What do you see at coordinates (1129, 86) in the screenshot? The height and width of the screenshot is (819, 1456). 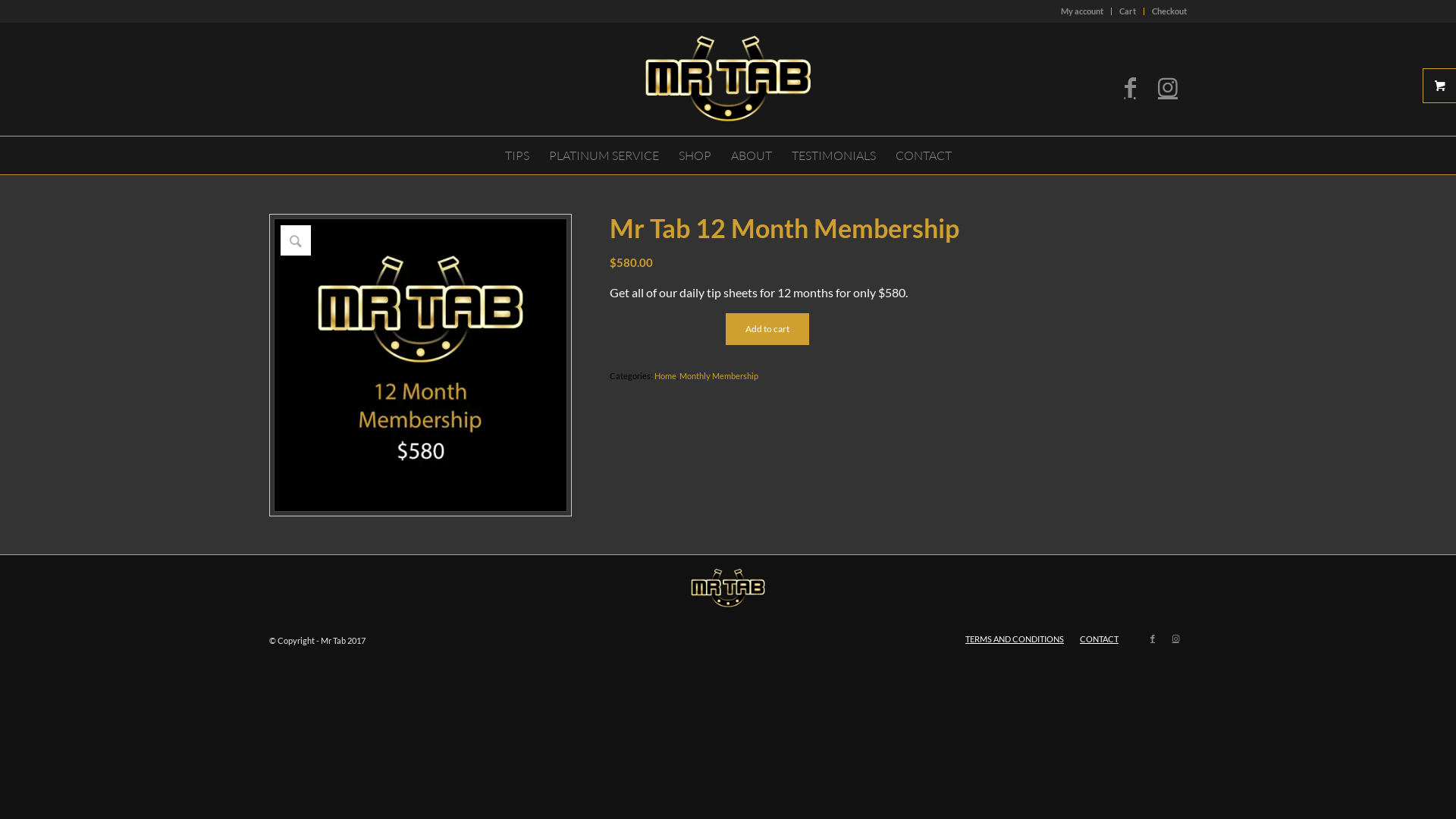 I see `'Facebook'` at bounding box center [1129, 86].